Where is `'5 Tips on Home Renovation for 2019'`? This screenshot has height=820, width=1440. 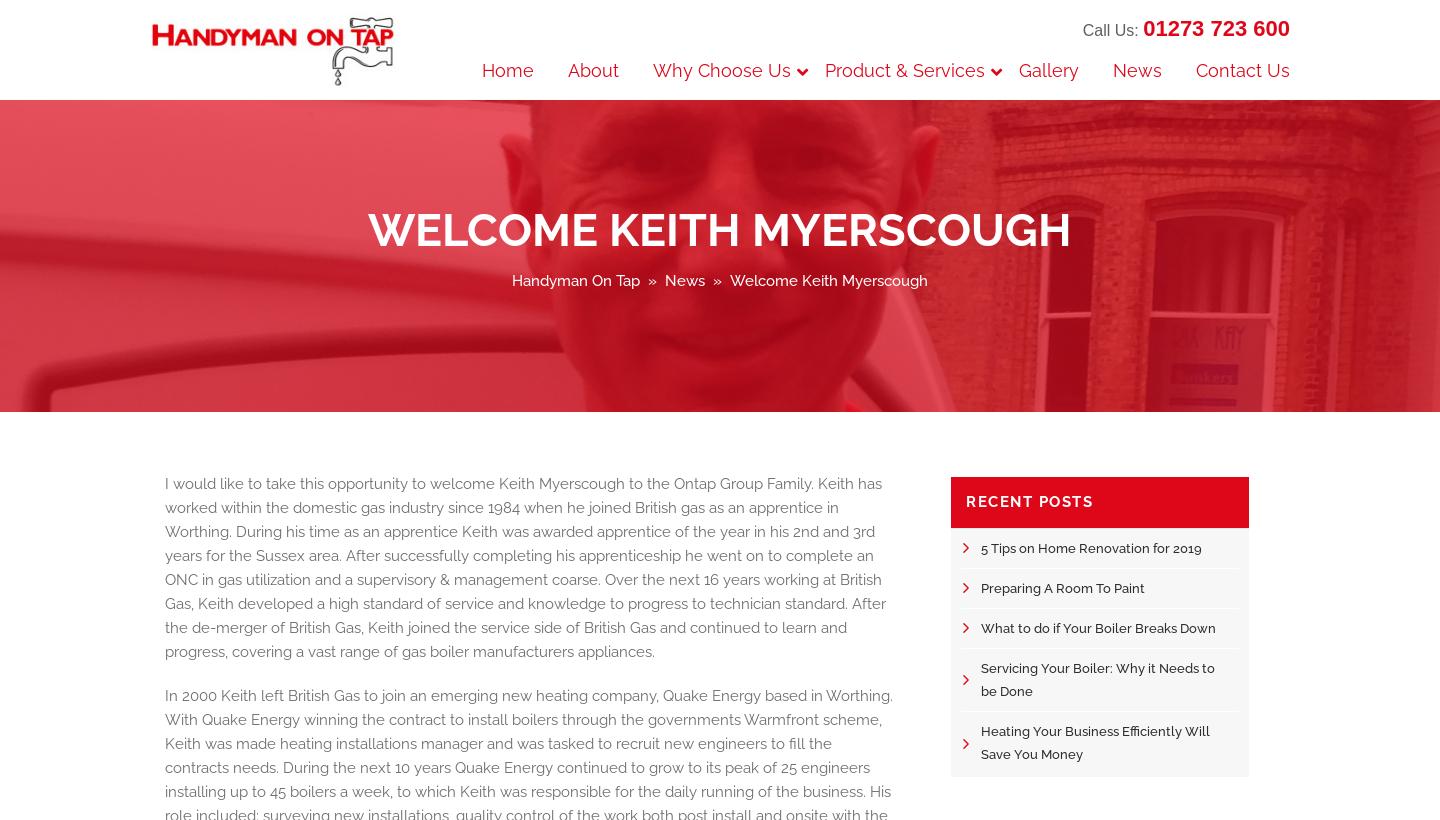
'5 Tips on Home Renovation for 2019' is located at coordinates (1090, 546).